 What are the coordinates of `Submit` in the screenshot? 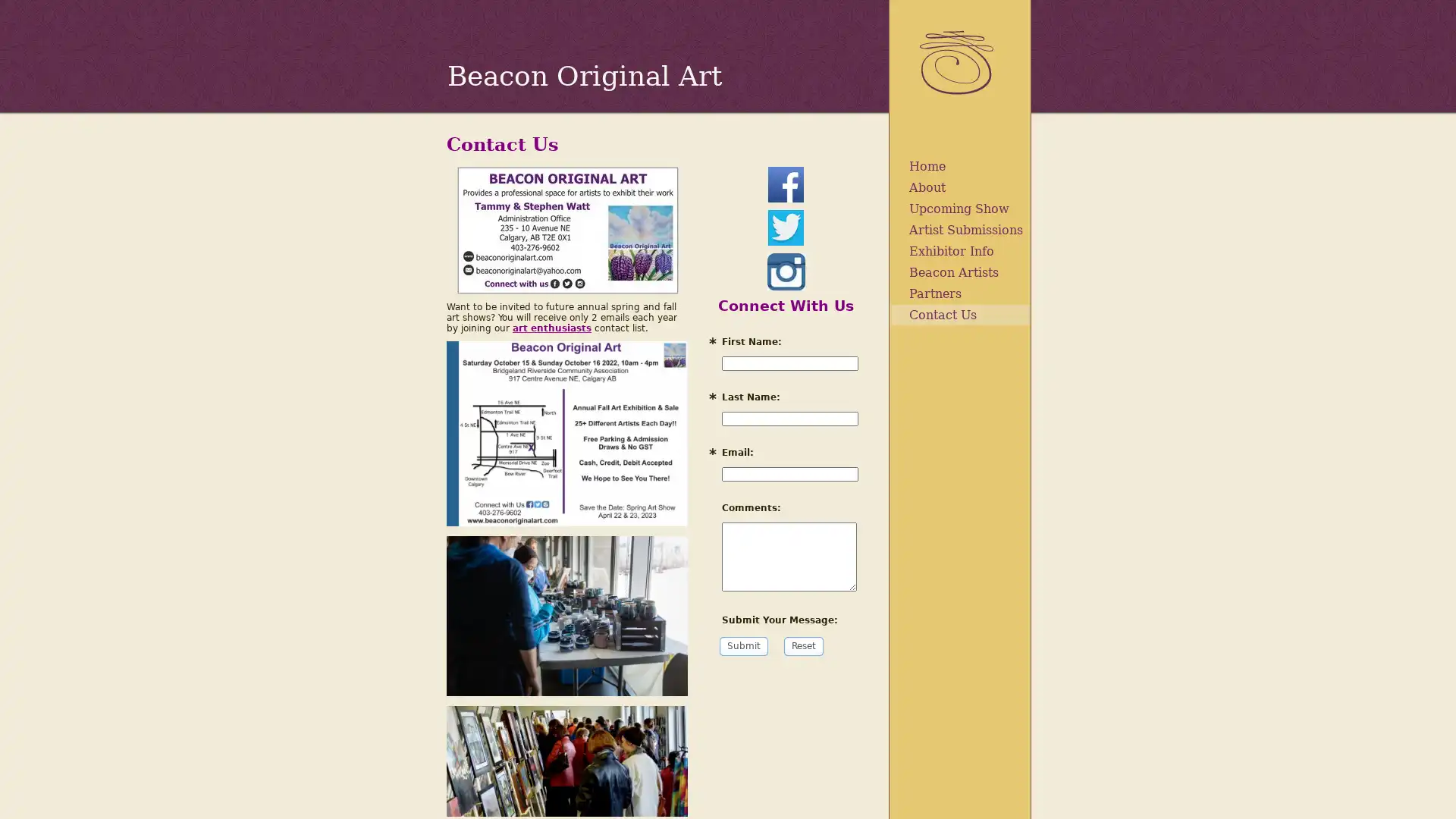 It's located at (743, 646).